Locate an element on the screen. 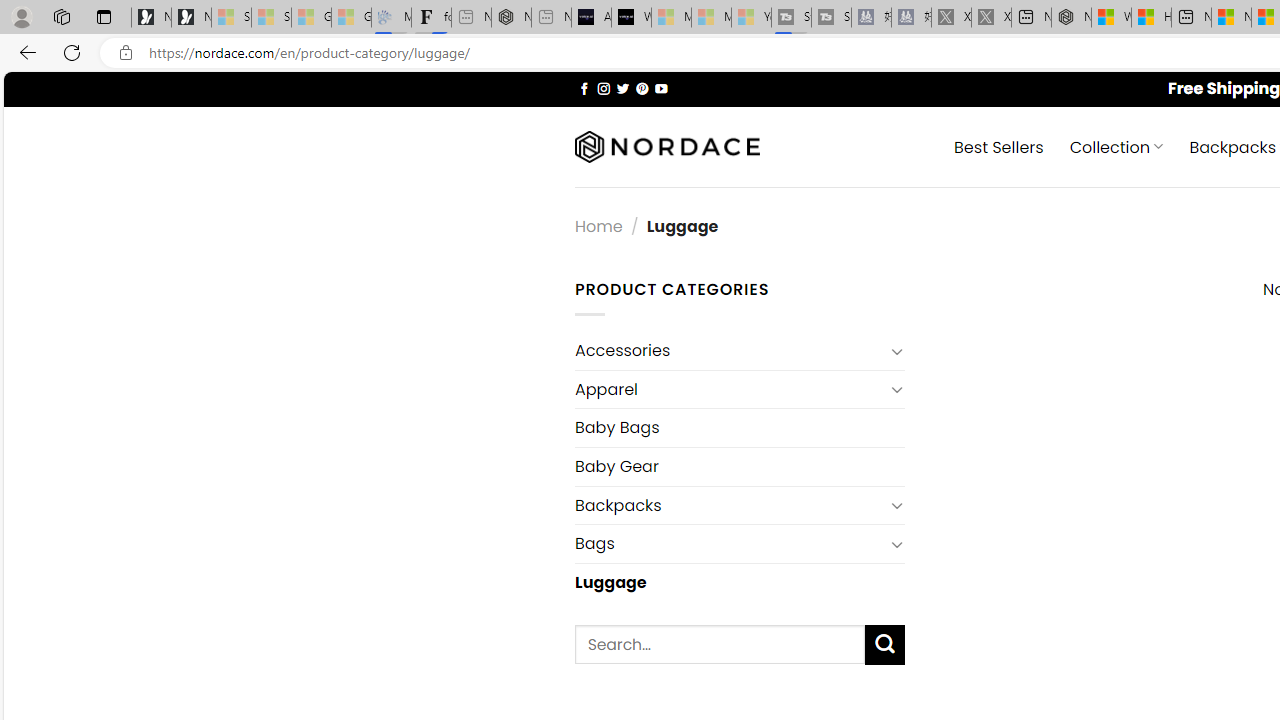  'Personal Profile' is located at coordinates (21, 16).